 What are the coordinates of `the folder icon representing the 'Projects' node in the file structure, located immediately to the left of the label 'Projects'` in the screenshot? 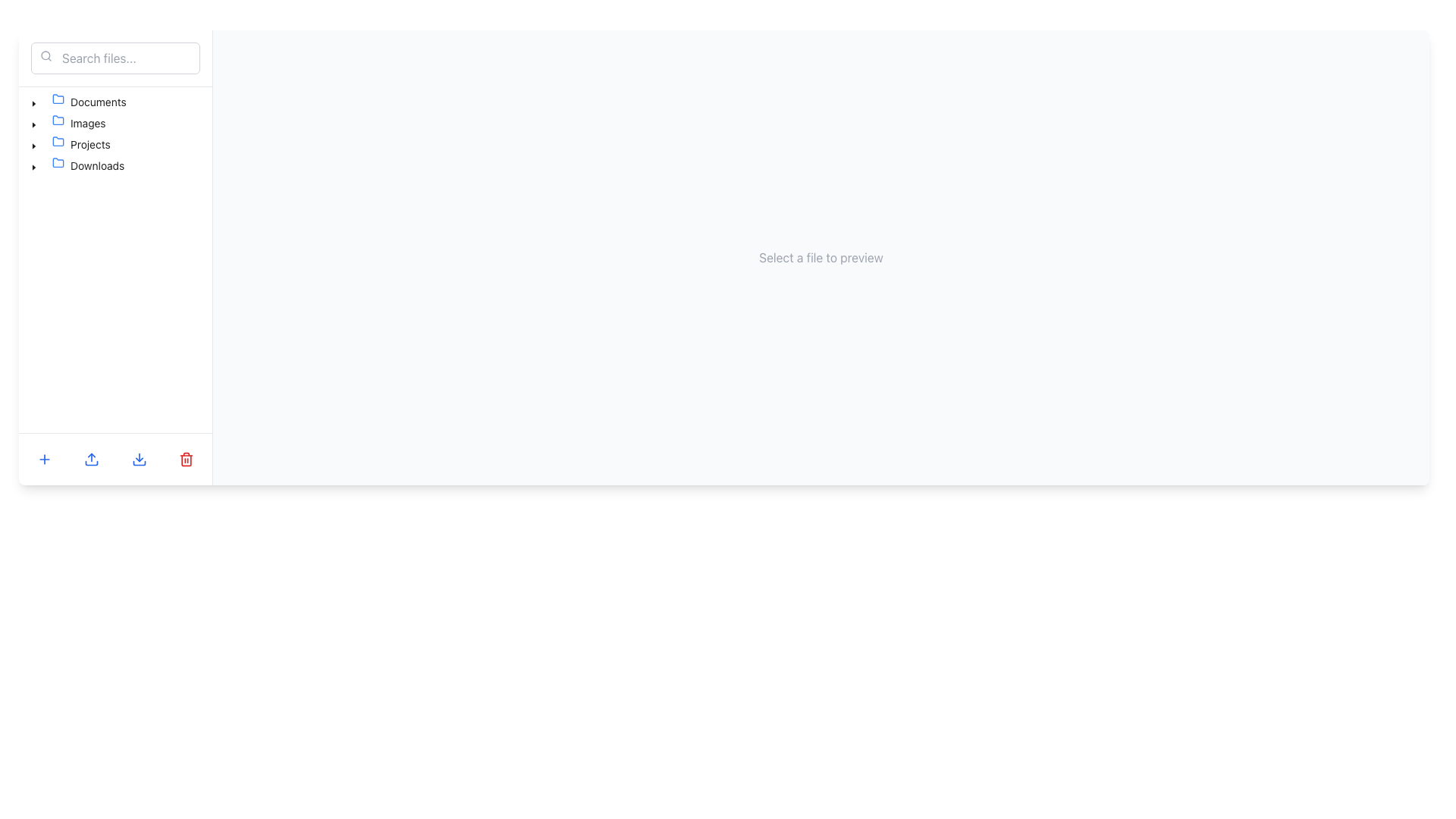 It's located at (61, 145).